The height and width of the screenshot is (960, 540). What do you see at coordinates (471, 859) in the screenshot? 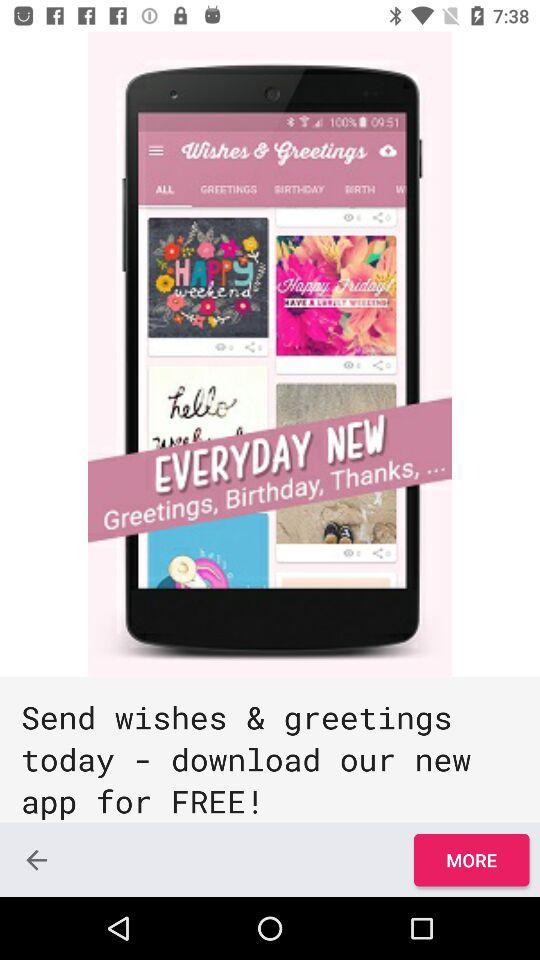
I see `more` at bounding box center [471, 859].